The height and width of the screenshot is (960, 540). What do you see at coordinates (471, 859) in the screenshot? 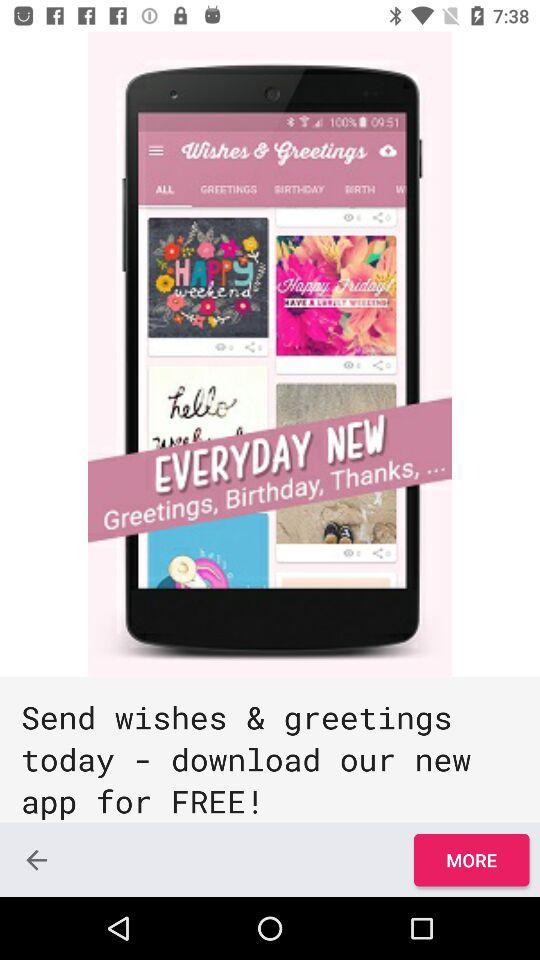
I see `more` at bounding box center [471, 859].